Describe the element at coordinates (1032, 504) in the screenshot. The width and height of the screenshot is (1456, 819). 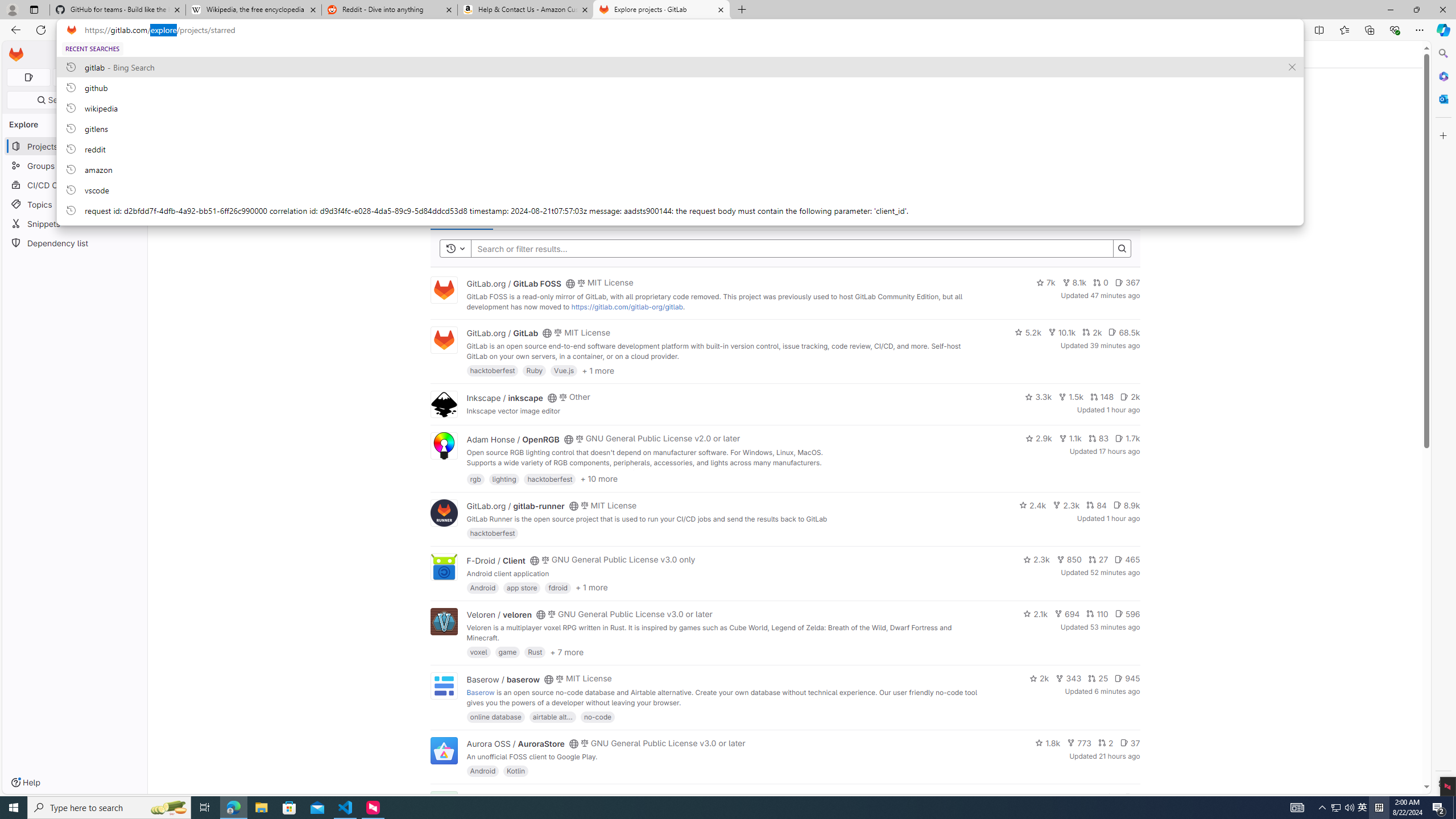
I see `'2.4k'` at that location.